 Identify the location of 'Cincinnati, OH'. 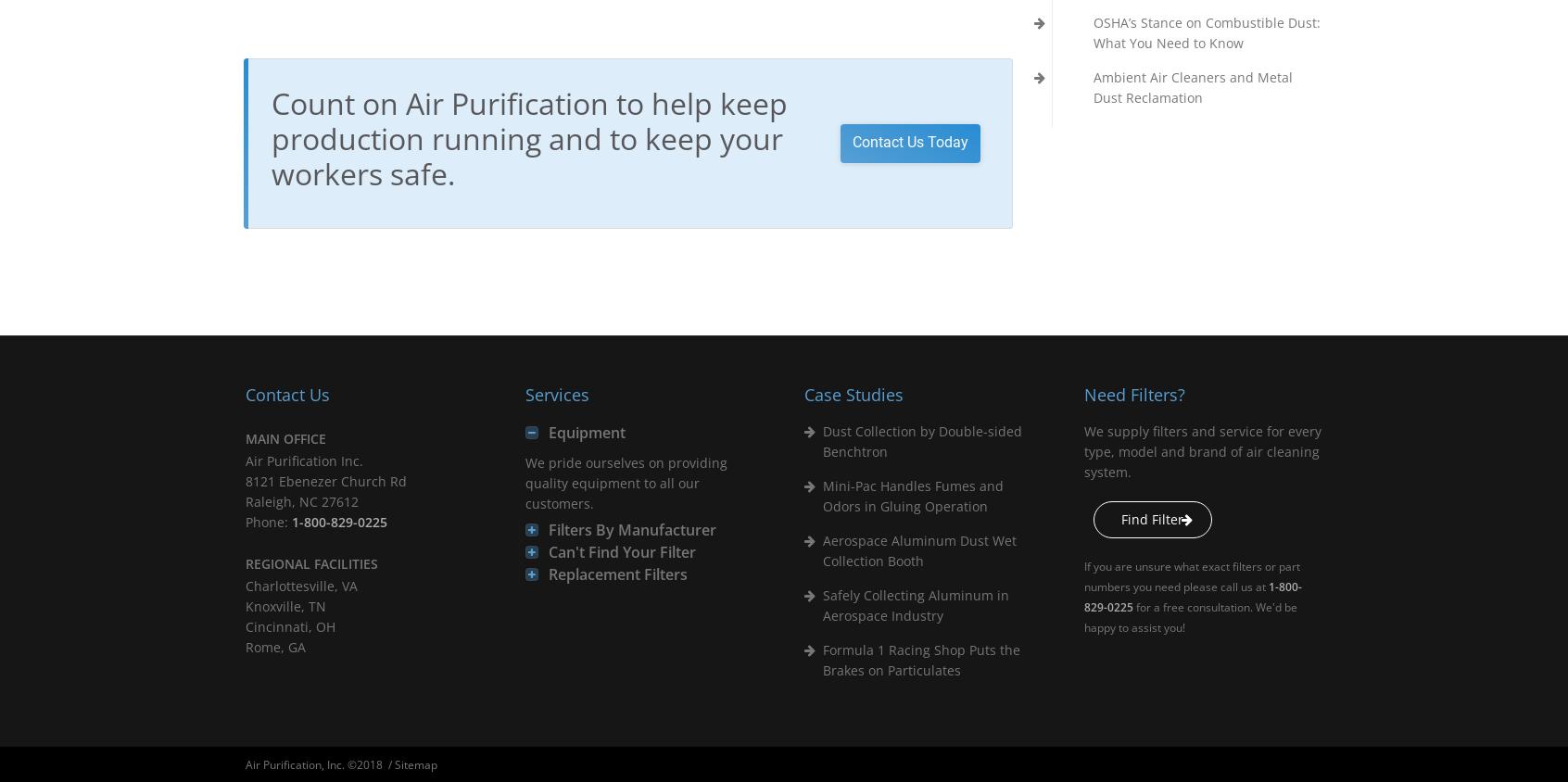
(289, 625).